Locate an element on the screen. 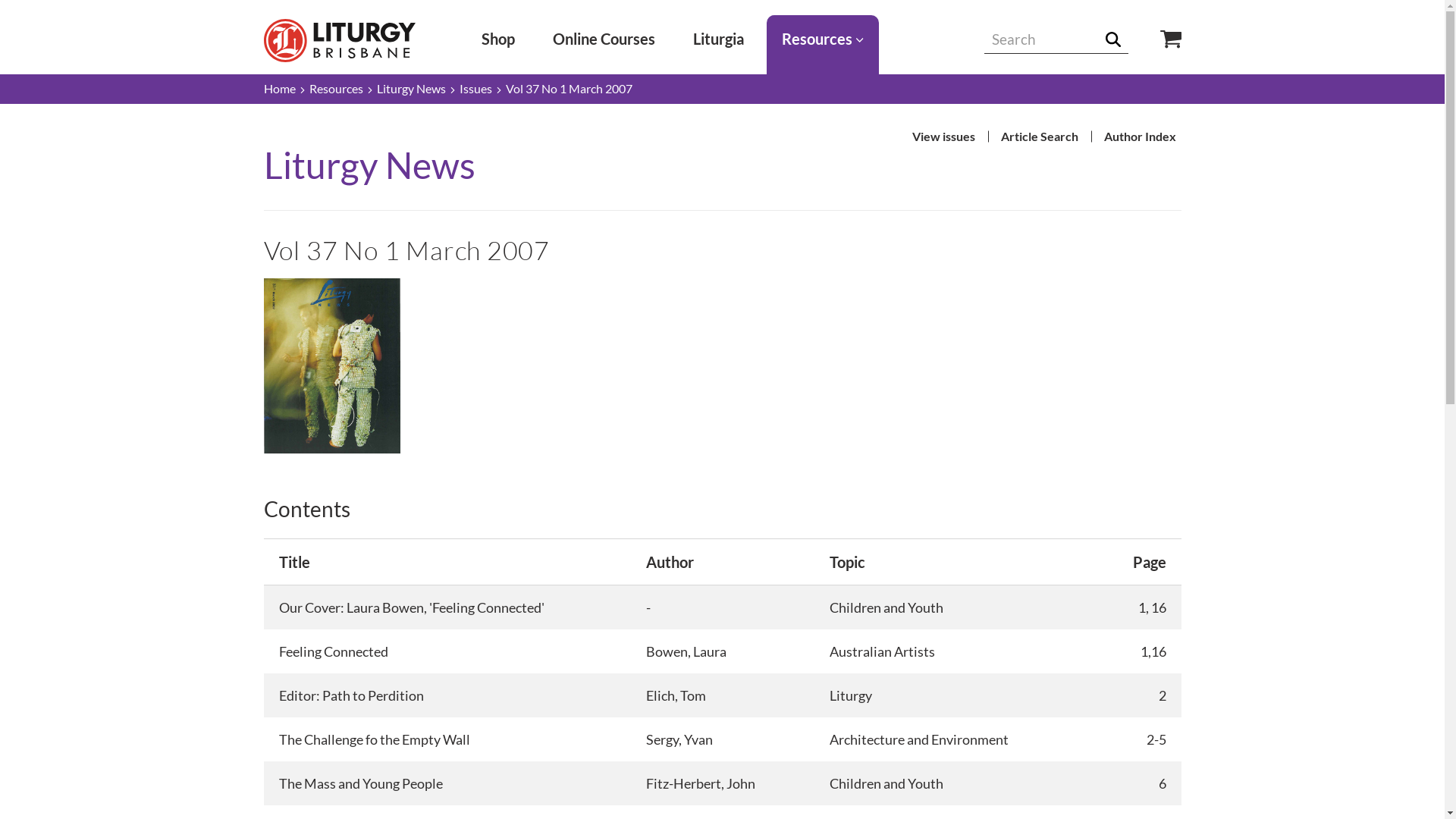 The width and height of the screenshot is (1456, 819). 'Liturgia' is located at coordinates (717, 38).